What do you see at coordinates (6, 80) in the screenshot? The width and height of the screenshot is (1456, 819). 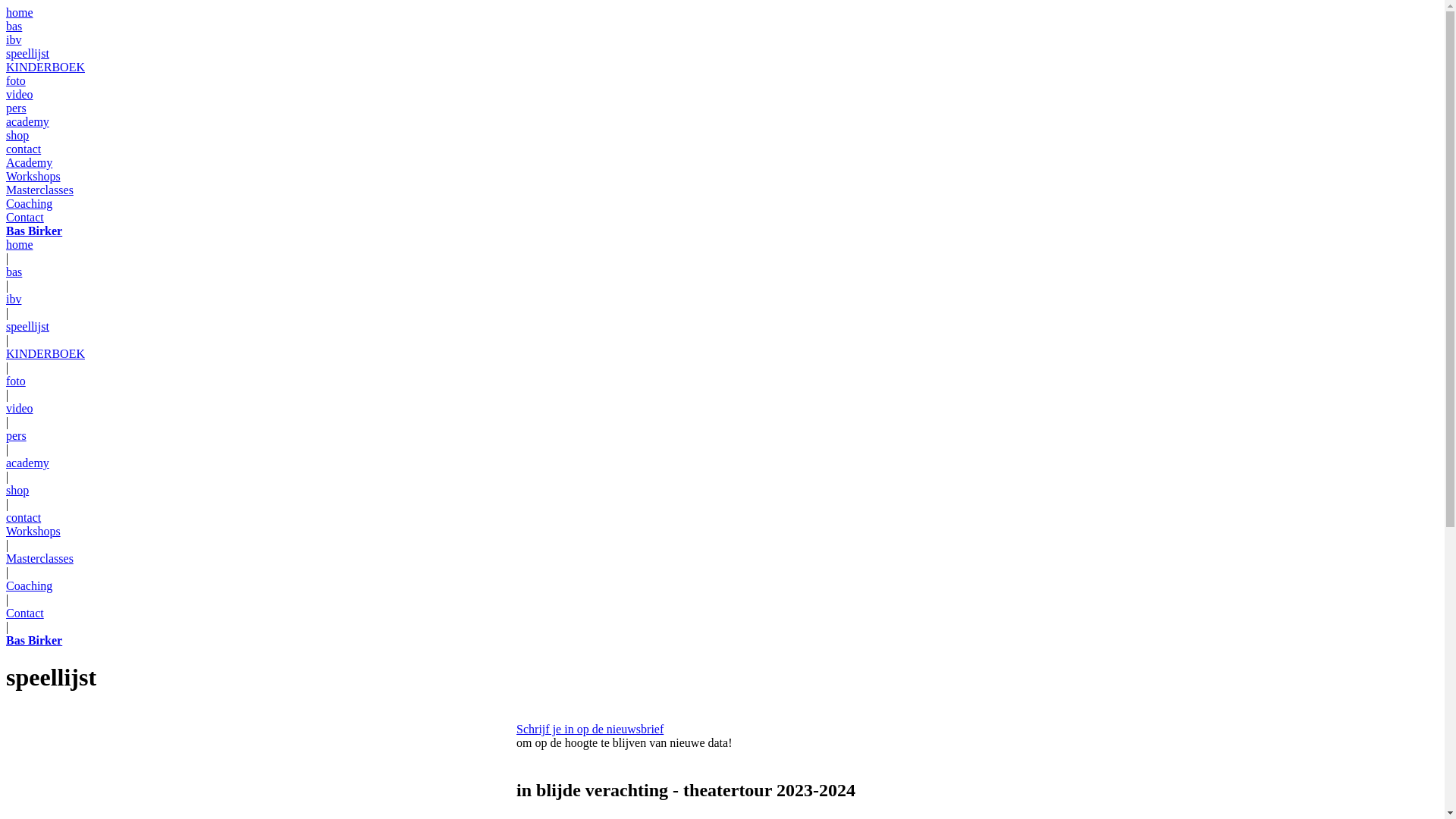 I see `'foto'` at bounding box center [6, 80].